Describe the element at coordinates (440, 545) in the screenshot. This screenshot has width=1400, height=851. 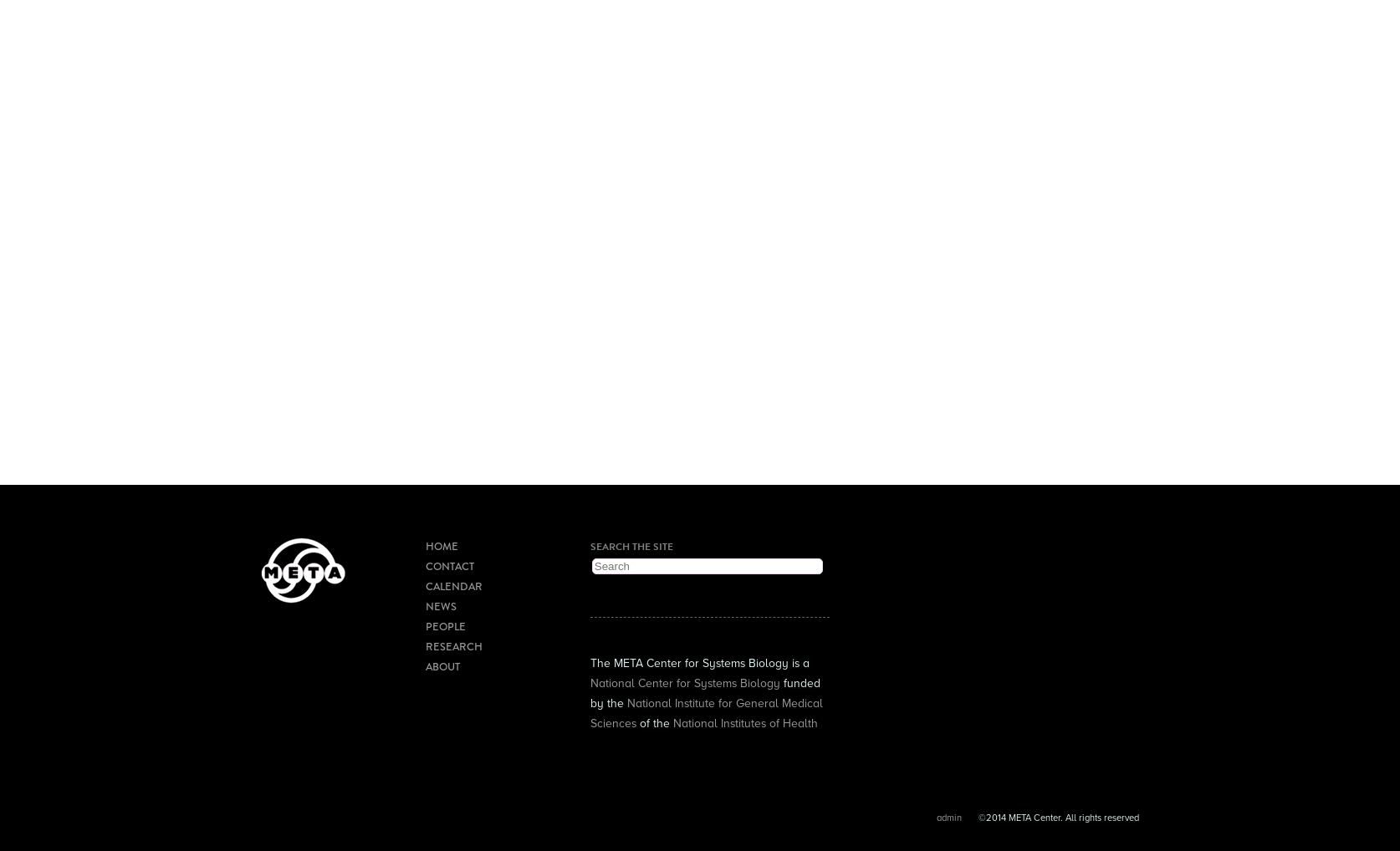
I see `'Home'` at that location.